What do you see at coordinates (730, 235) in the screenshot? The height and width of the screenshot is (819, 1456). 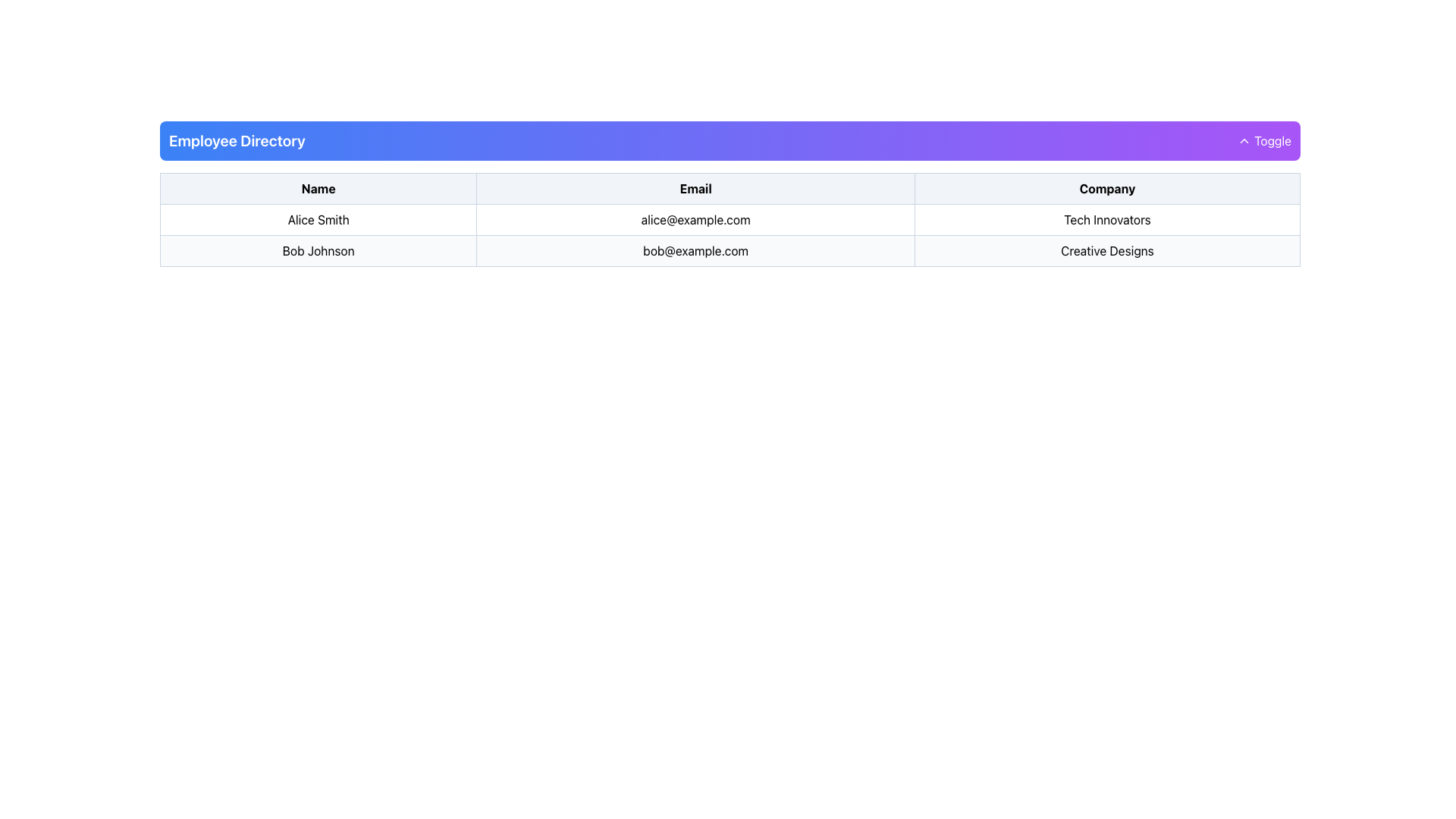 I see `the table row containing entries for Bob Johnson, which includes the email 'bob@example.com' and the company name 'Creative Designs'. This row is the second data row in the table` at bounding box center [730, 235].